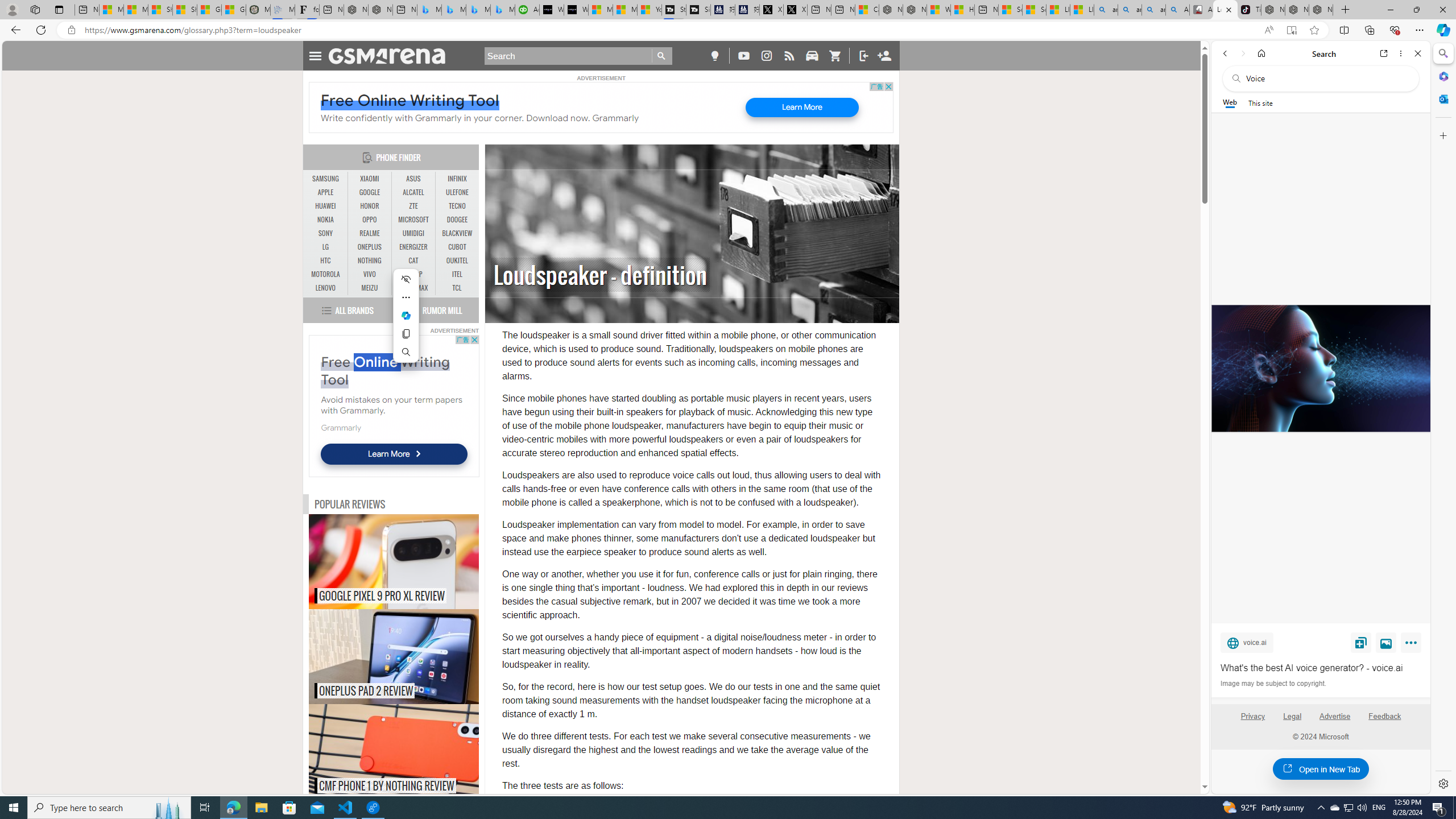 The image size is (1456, 819). What do you see at coordinates (457, 192) in the screenshot?
I see `'ULEFONE'` at bounding box center [457, 192].